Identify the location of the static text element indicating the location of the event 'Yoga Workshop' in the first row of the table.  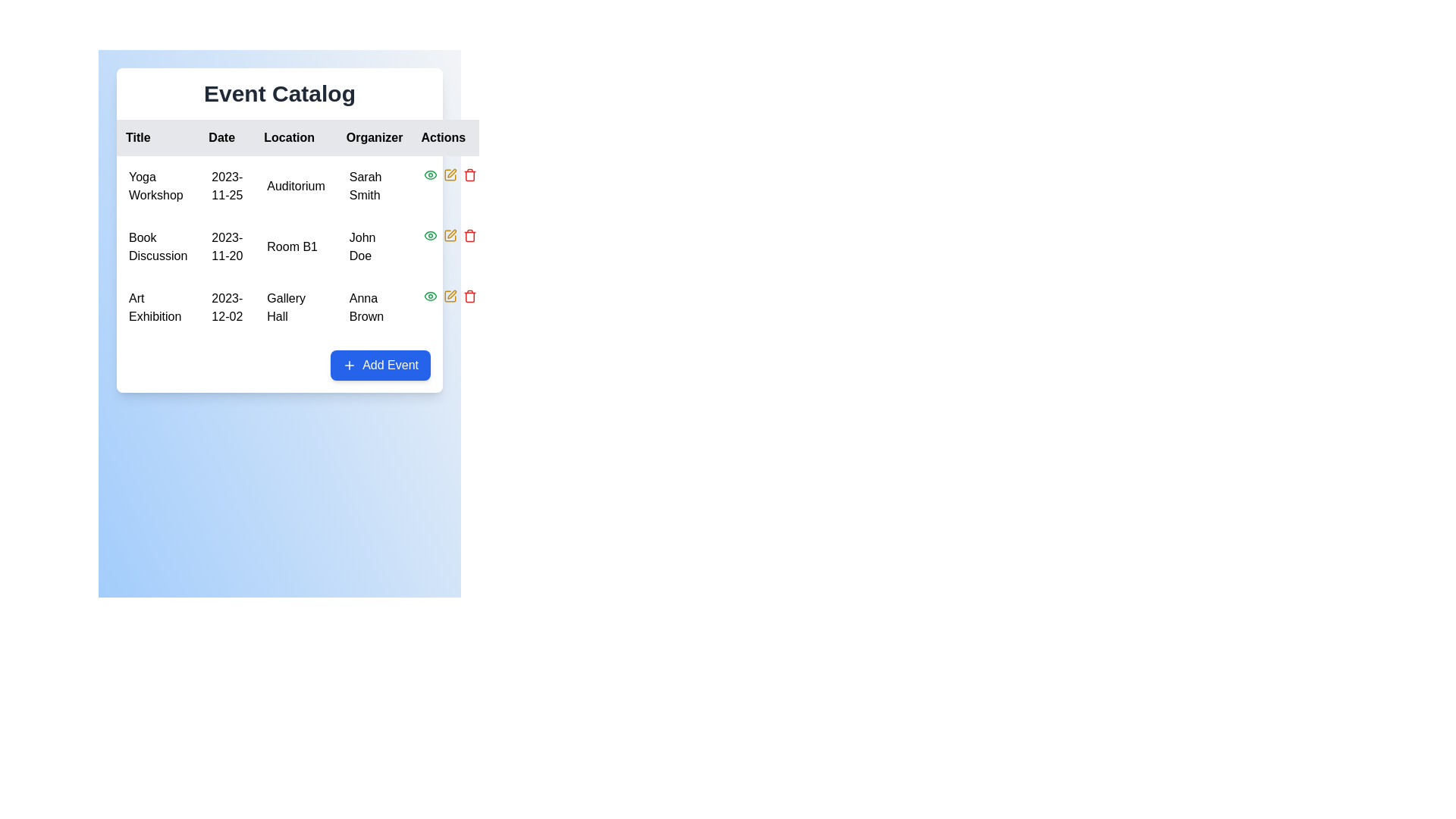
(296, 186).